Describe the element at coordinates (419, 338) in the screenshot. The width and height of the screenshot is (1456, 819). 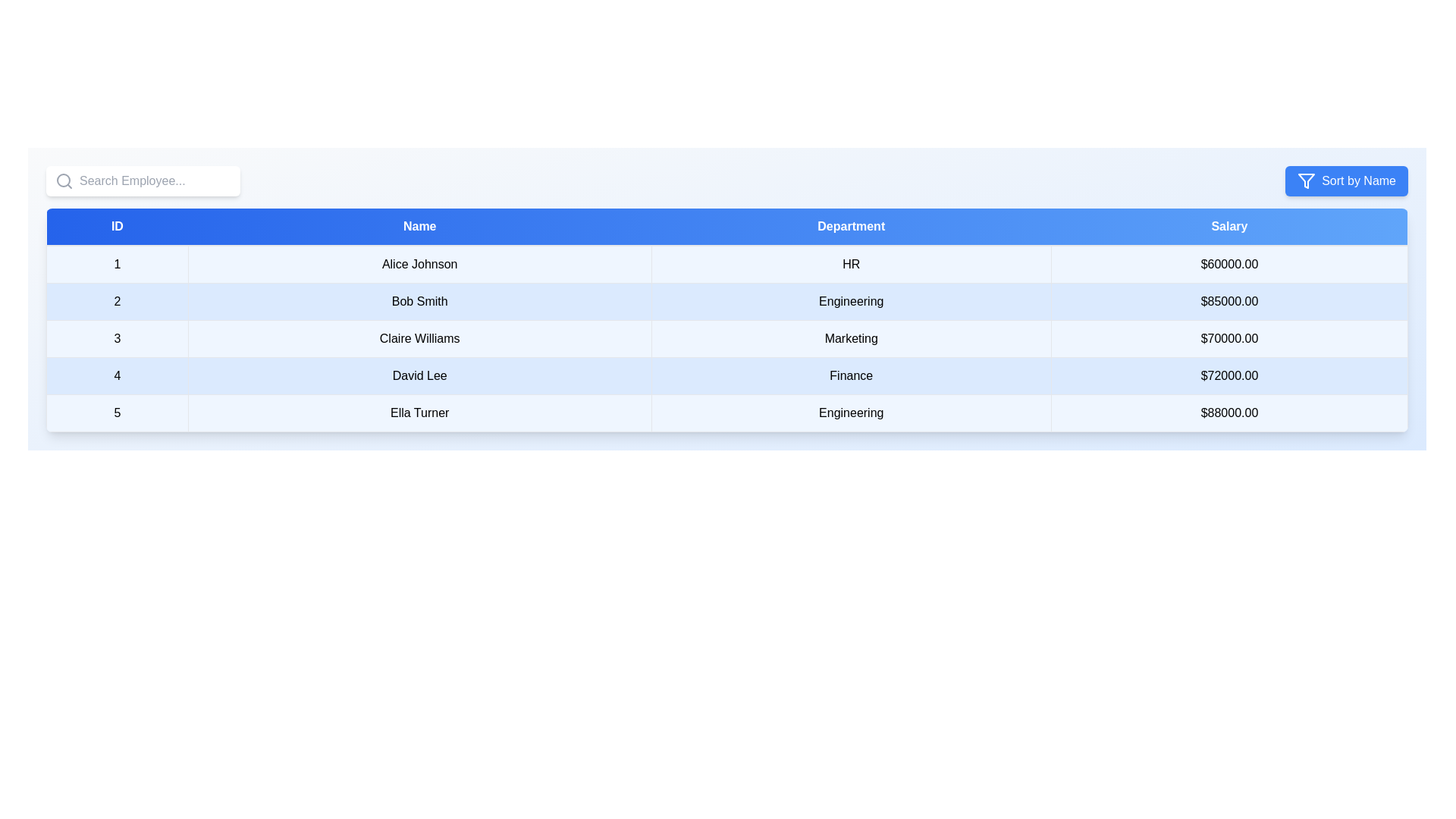
I see `the text block displaying the name 'Claire Williams' in the third row of the table grid, which identifies the individual in that row` at that location.